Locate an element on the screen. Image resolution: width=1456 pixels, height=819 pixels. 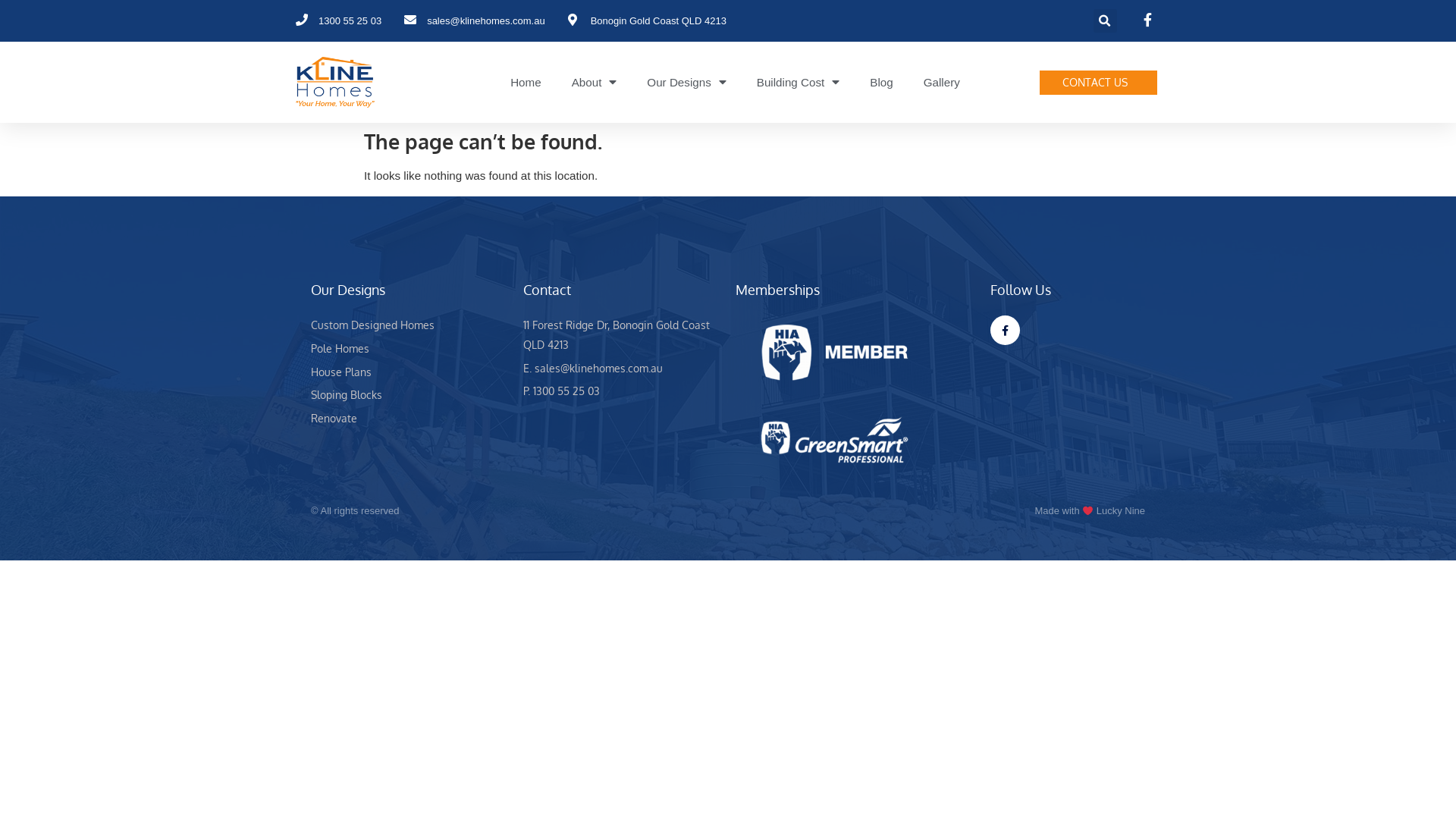
'sales@klinehomes.com.au' is located at coordinates (473, 20).